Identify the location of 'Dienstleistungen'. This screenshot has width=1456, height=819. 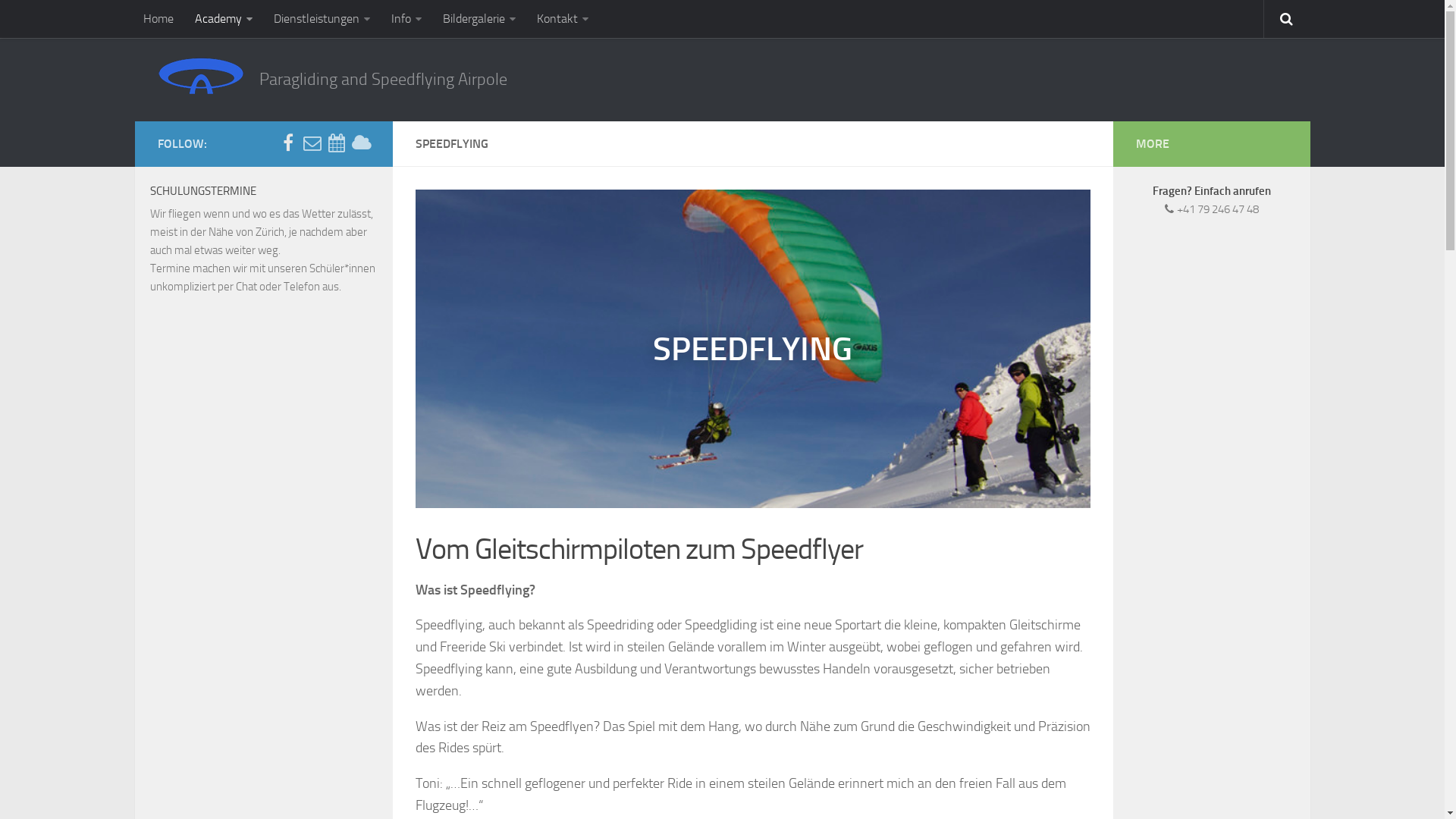
(321, 18).